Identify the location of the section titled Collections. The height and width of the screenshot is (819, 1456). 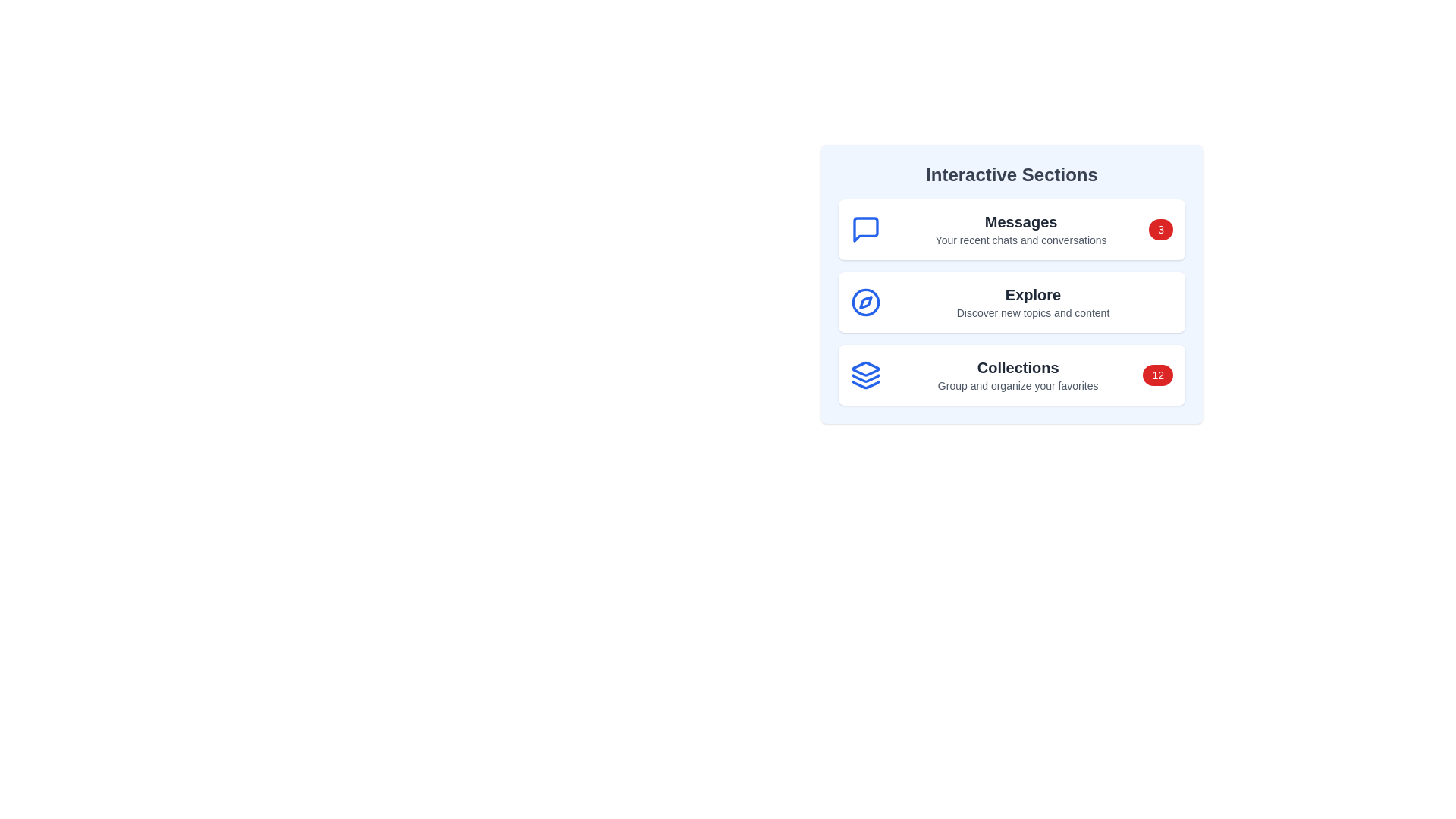
(1012, 375).